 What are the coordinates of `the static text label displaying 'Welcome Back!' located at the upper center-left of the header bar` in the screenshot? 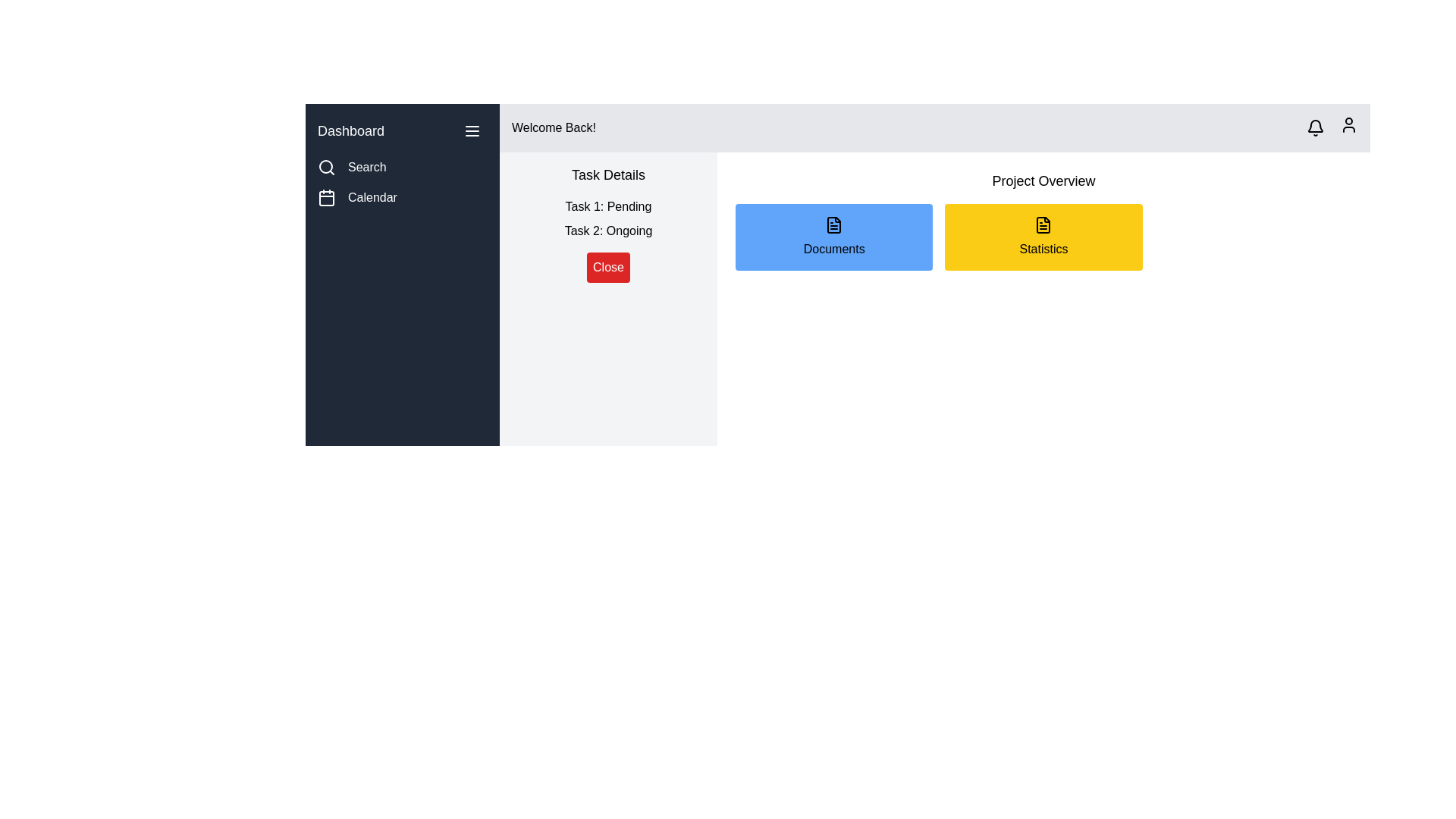 It's located at (553, 127).